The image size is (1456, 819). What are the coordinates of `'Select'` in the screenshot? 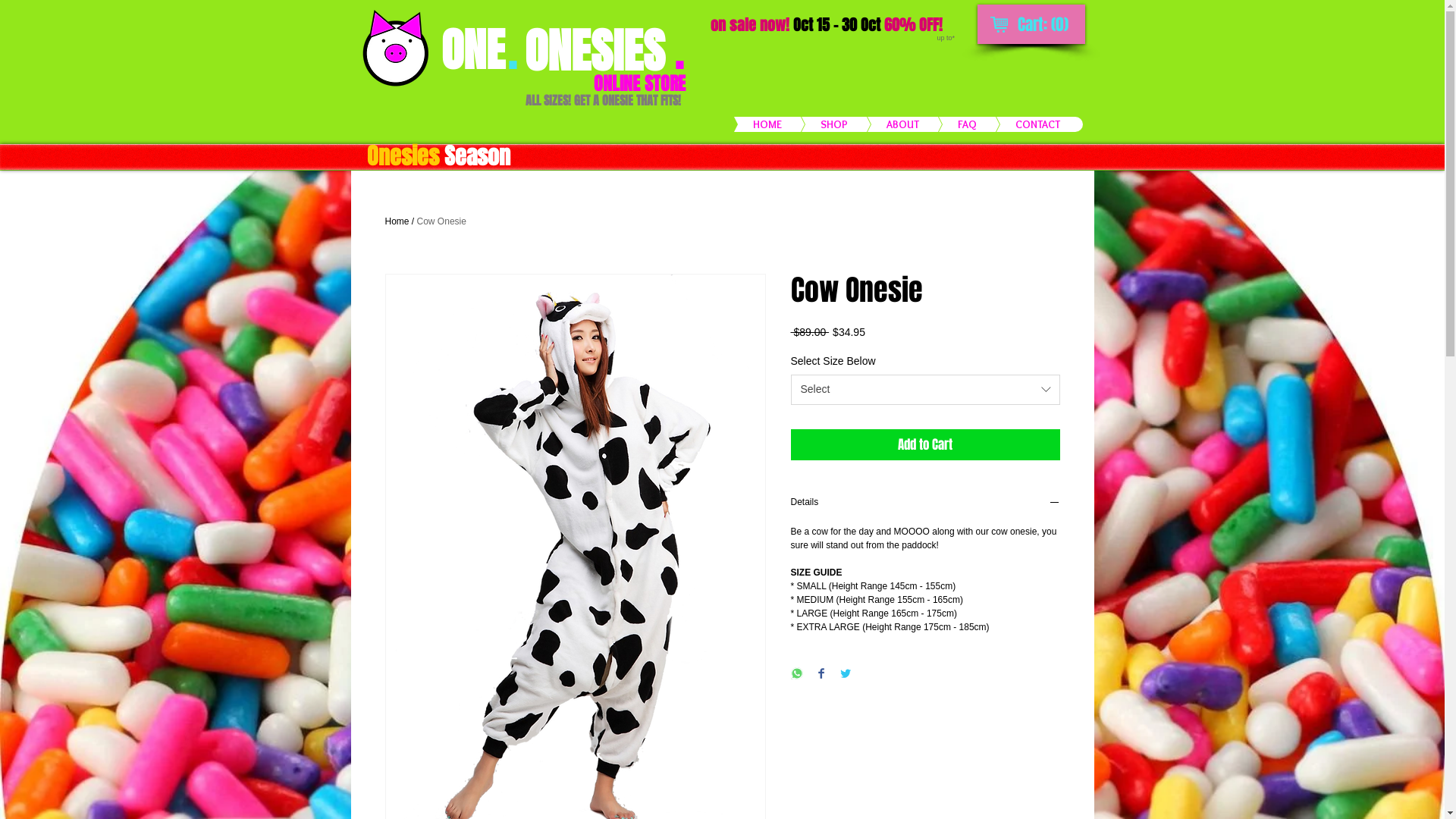 It's located at (924, 388).